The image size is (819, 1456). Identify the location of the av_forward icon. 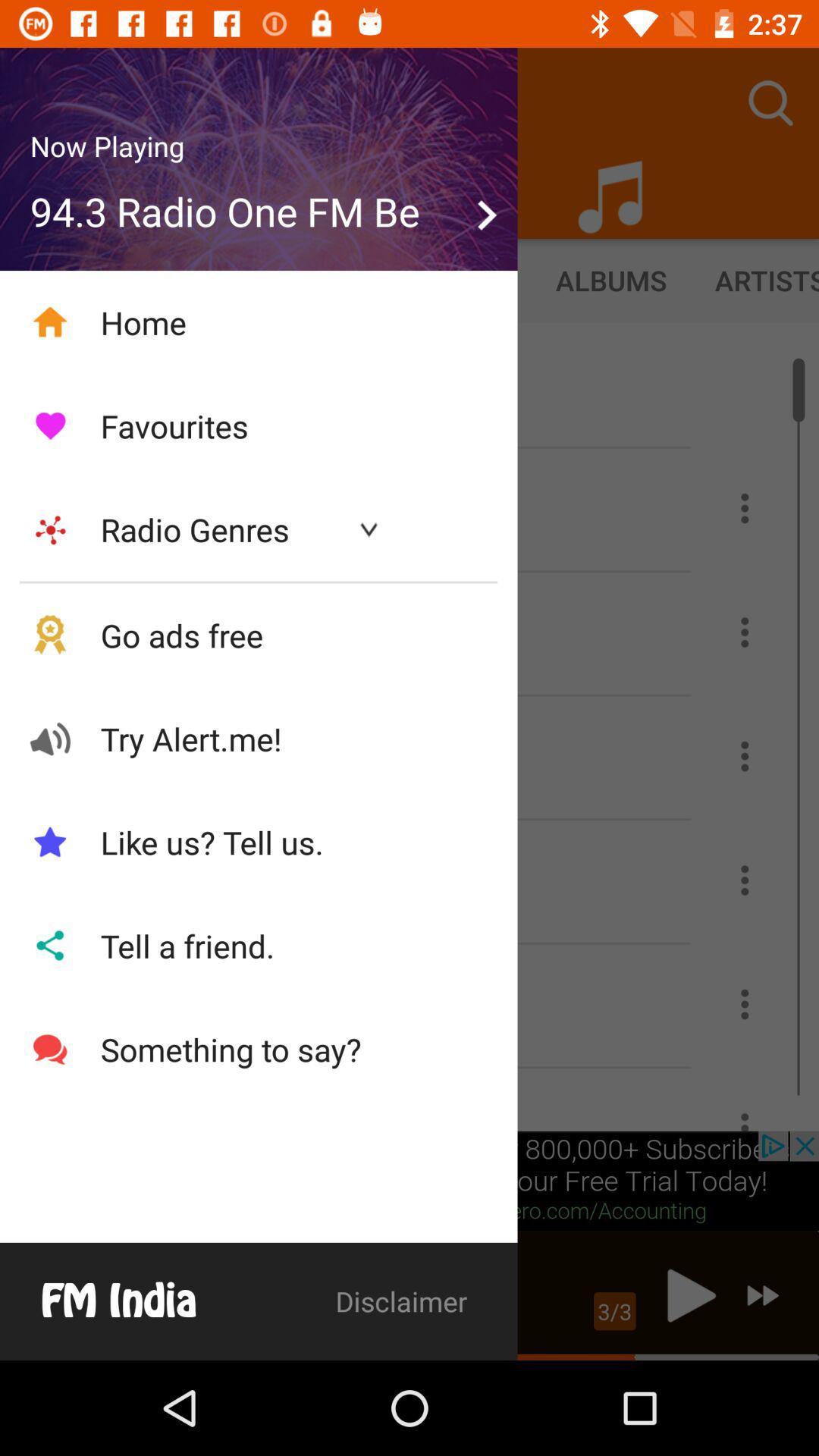
(763, 1294).